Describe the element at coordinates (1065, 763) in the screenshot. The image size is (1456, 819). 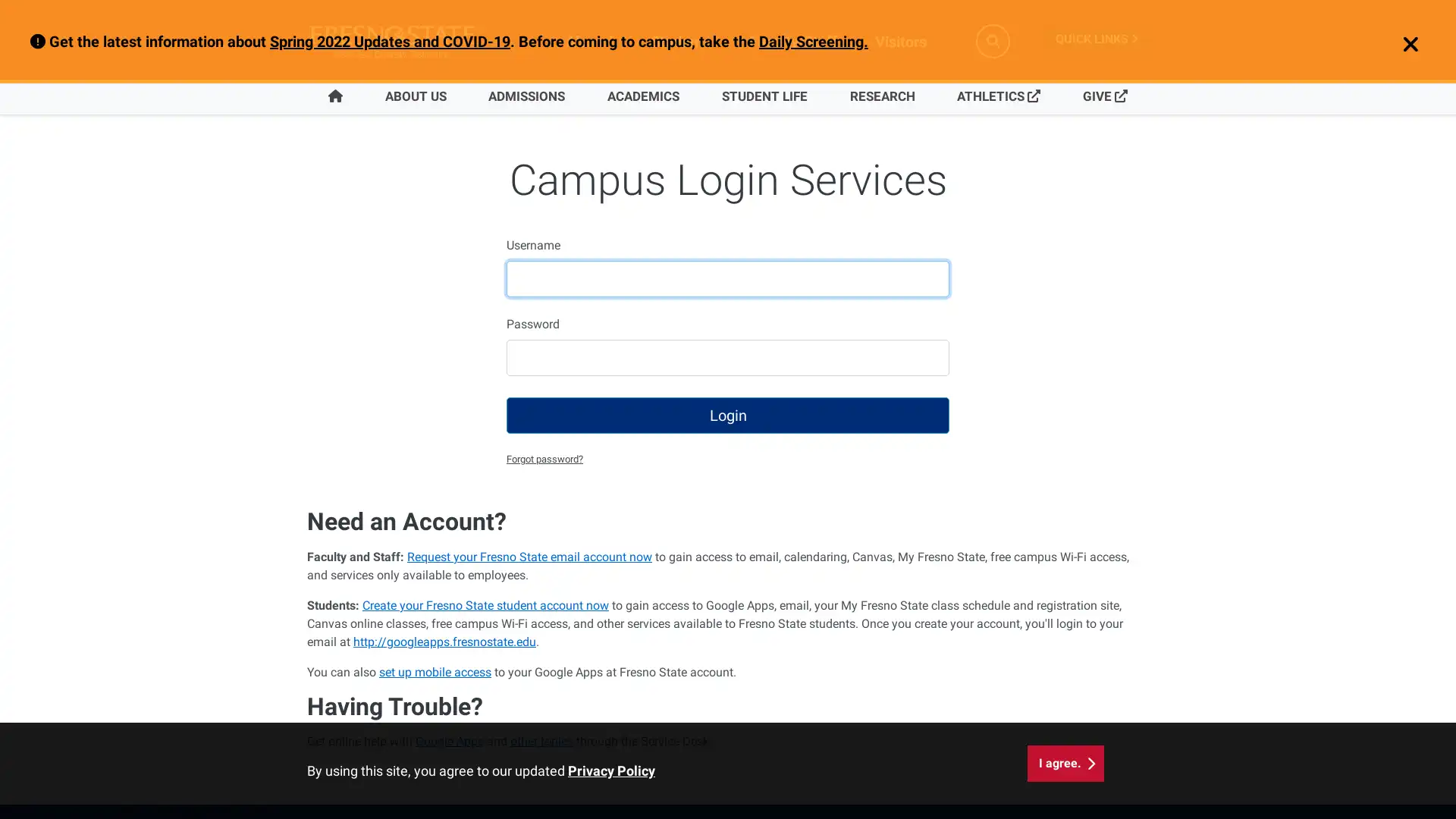
I see `dismiss cookie message` at that location.